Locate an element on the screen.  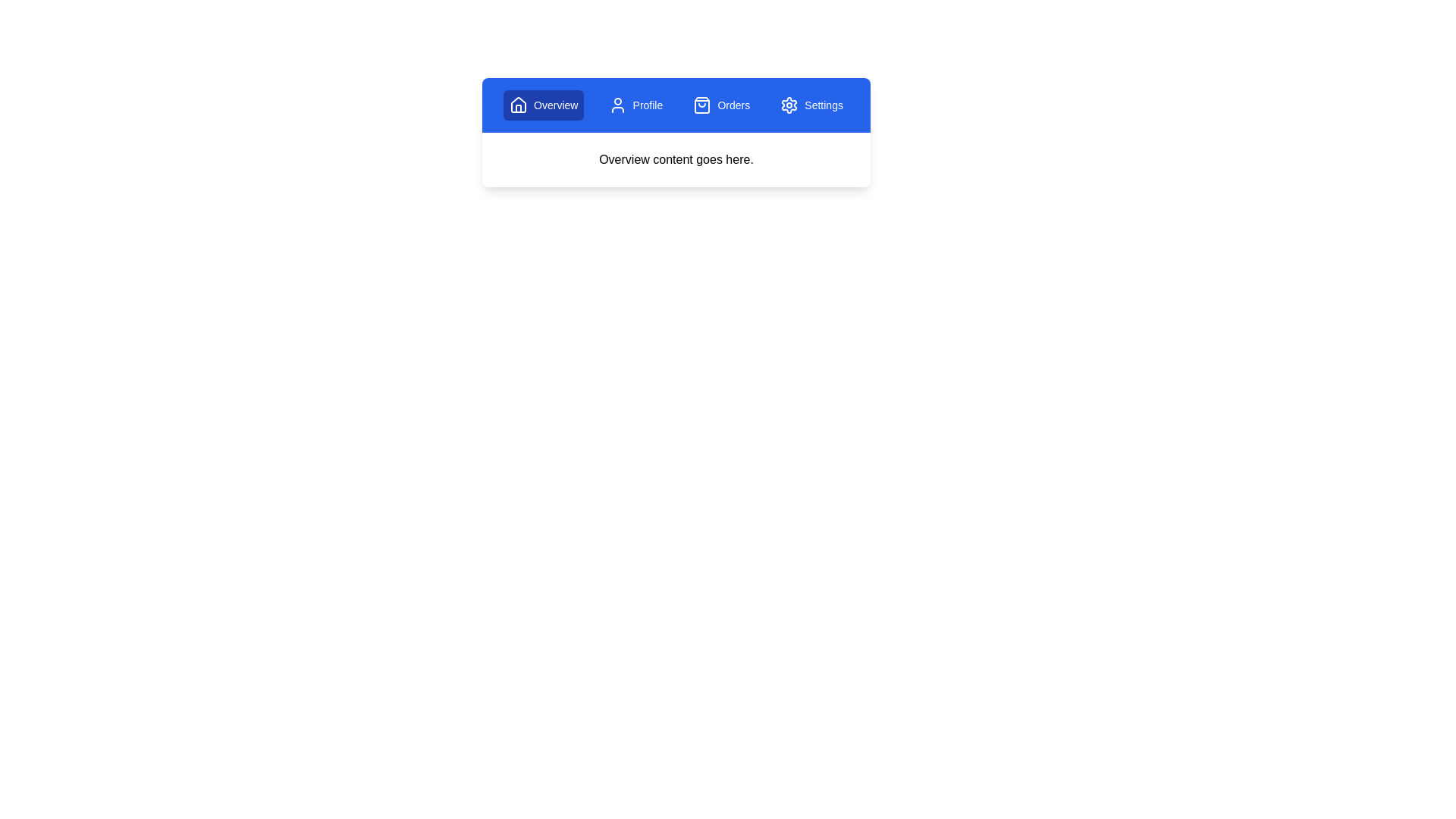
the house icon, which is a vector graphic with a trapezoidal base and triangular roof, located in the leftmost segment of the blue navigation bar next to the 'Overview' text is located at coordinates (519, 104).